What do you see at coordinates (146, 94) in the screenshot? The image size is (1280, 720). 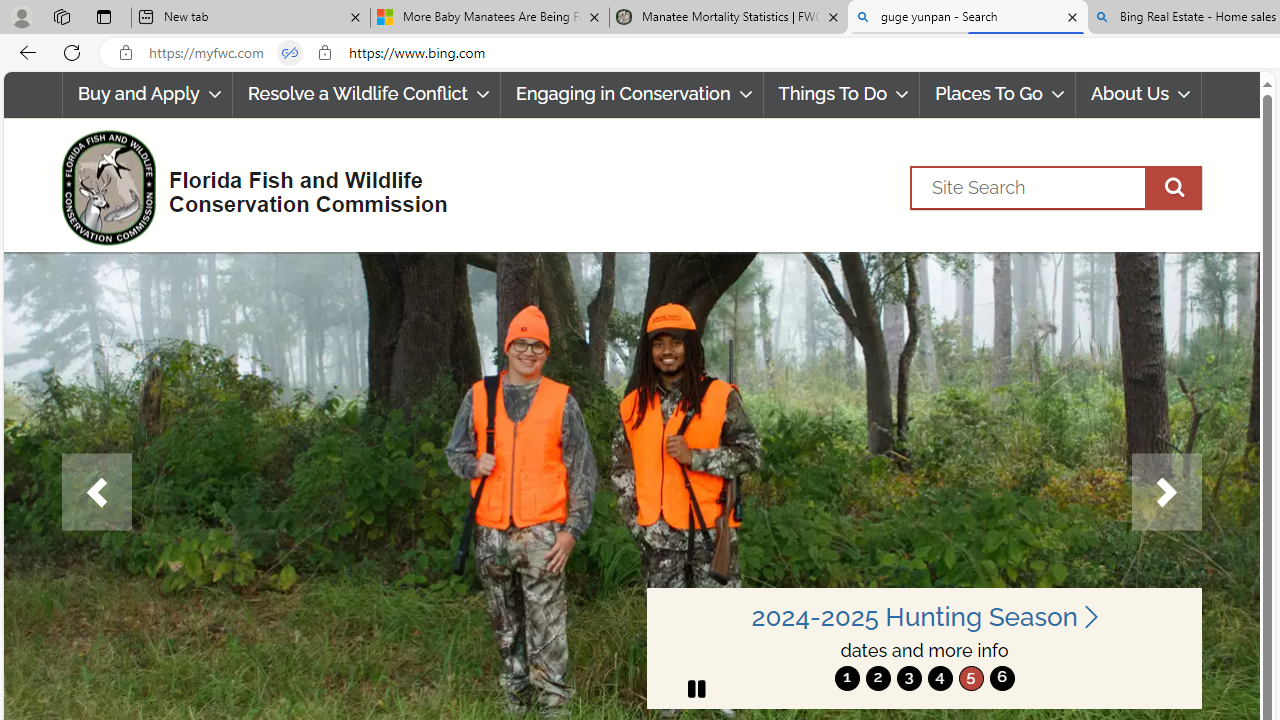 I see `'Buy and Apply'` at bounding box center [146, 94].